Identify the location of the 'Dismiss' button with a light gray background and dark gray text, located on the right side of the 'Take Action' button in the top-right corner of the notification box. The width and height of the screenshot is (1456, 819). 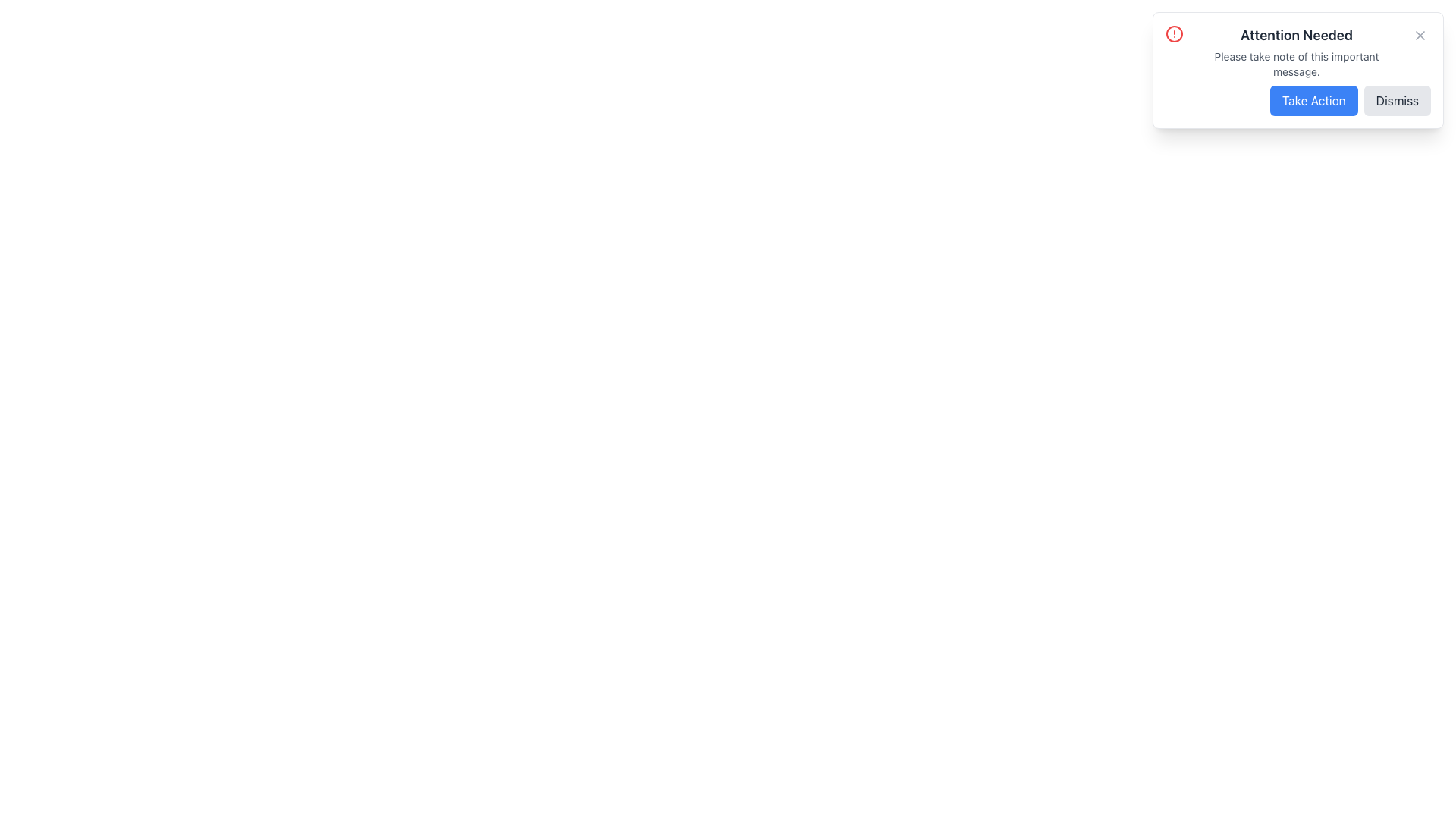
(1396, 100).